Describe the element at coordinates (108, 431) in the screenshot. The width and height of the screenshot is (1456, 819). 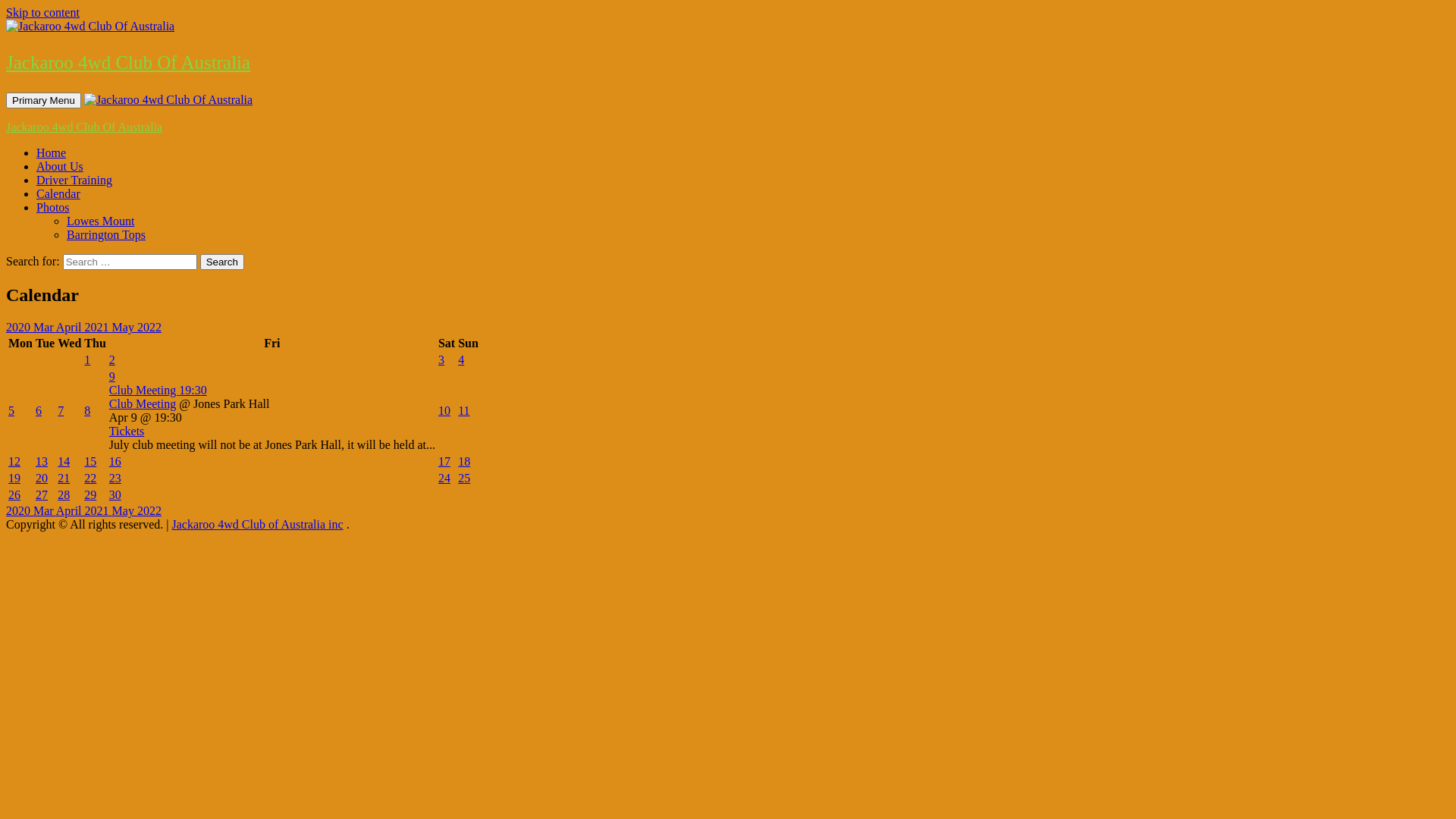
I see `'Tickets'` at that location.